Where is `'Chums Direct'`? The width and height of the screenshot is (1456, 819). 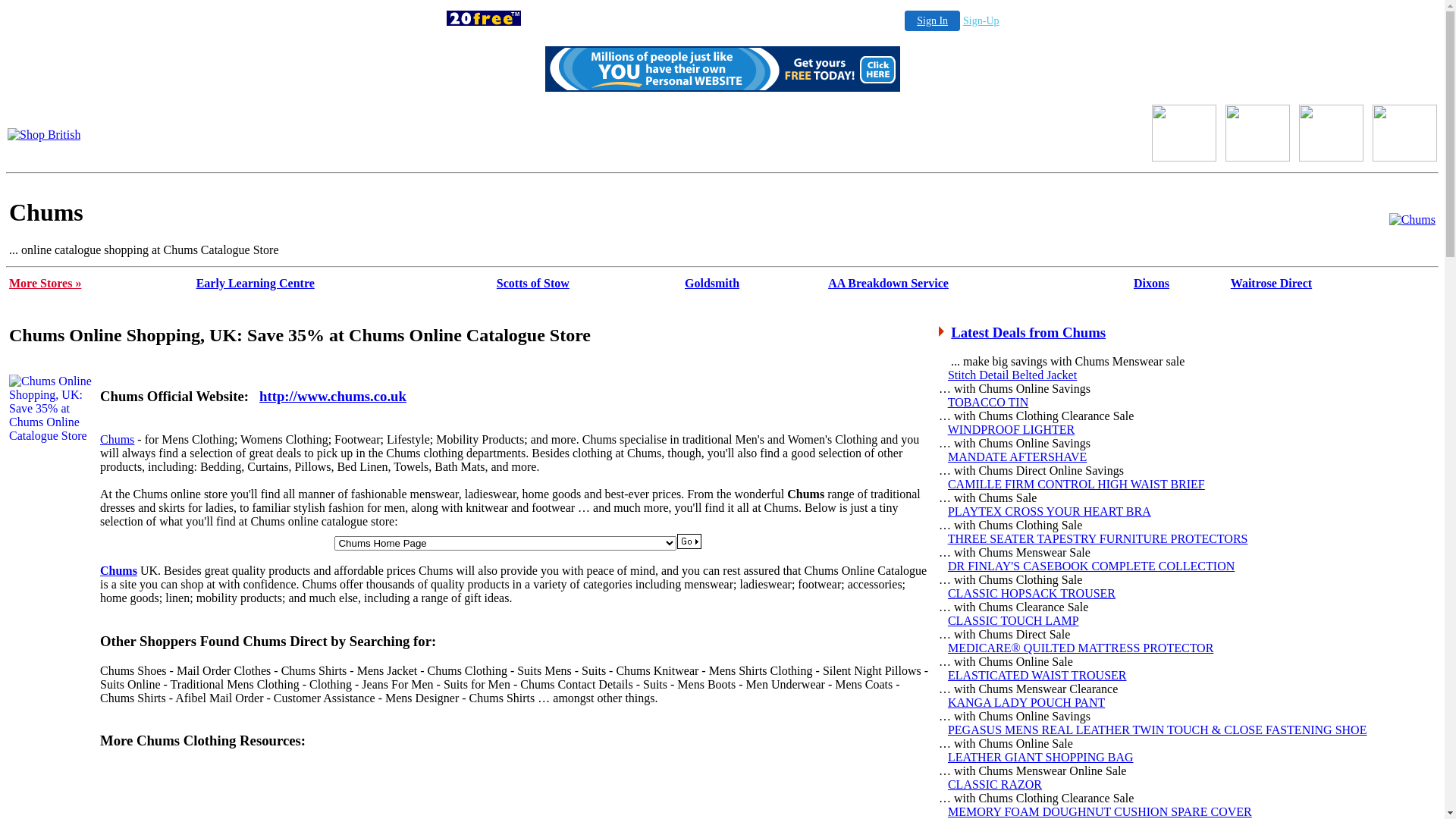 'Chums Direct' is located at coordinates (721, 133).